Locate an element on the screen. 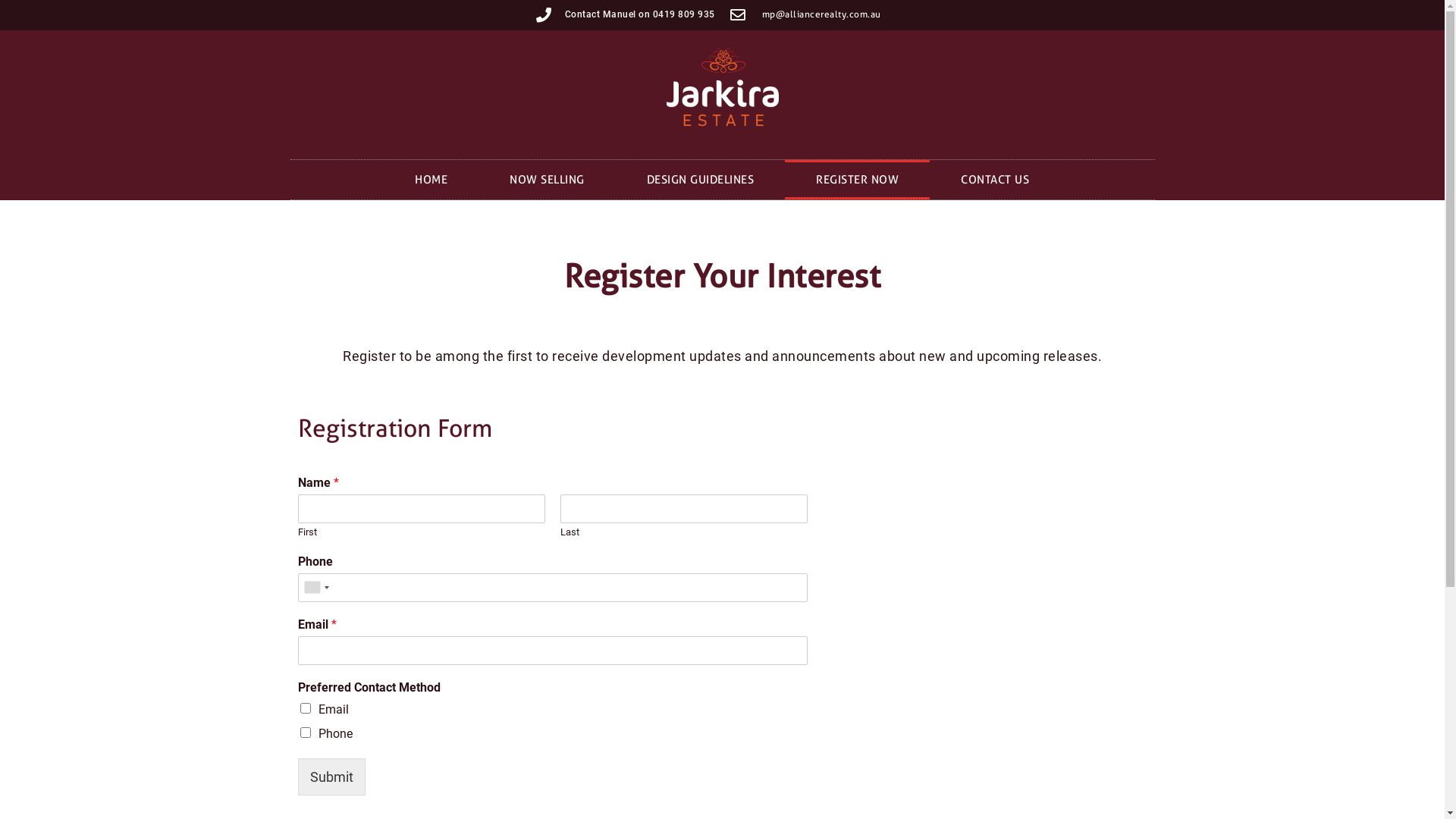  'HOME' is located at coordinates (430, 178).